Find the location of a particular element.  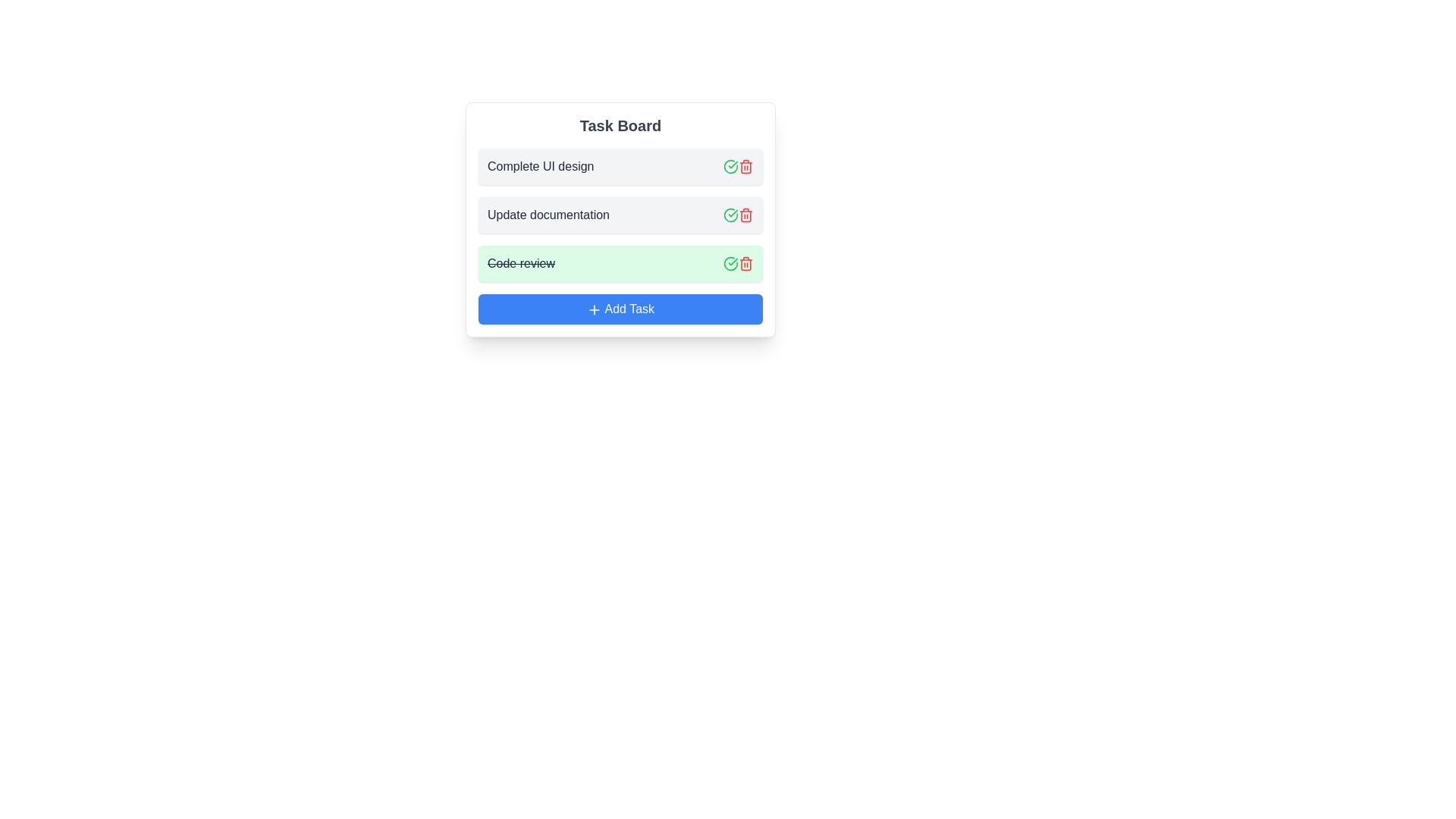

the green circular icon button with a check mark that is located on the right side of the task row labeled 'Complete UI design' to observe its styling change is located at coordinates (731, 166).